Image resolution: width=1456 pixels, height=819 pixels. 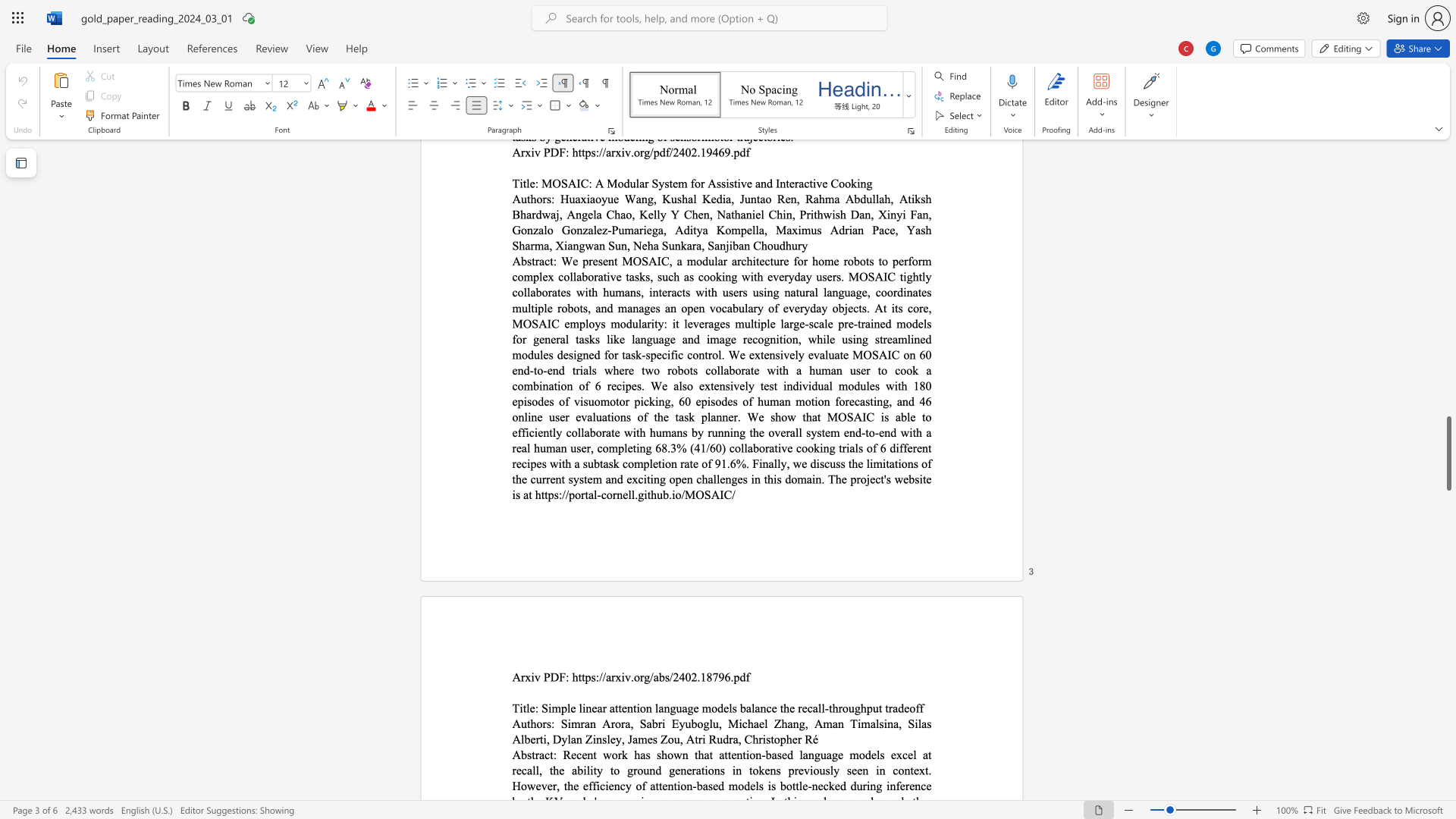 What do you see at coordinates (1448, 454) in the screenshot?
I see `the vertical scrollbar to raise the page content` at bounding box center [1448, 454].